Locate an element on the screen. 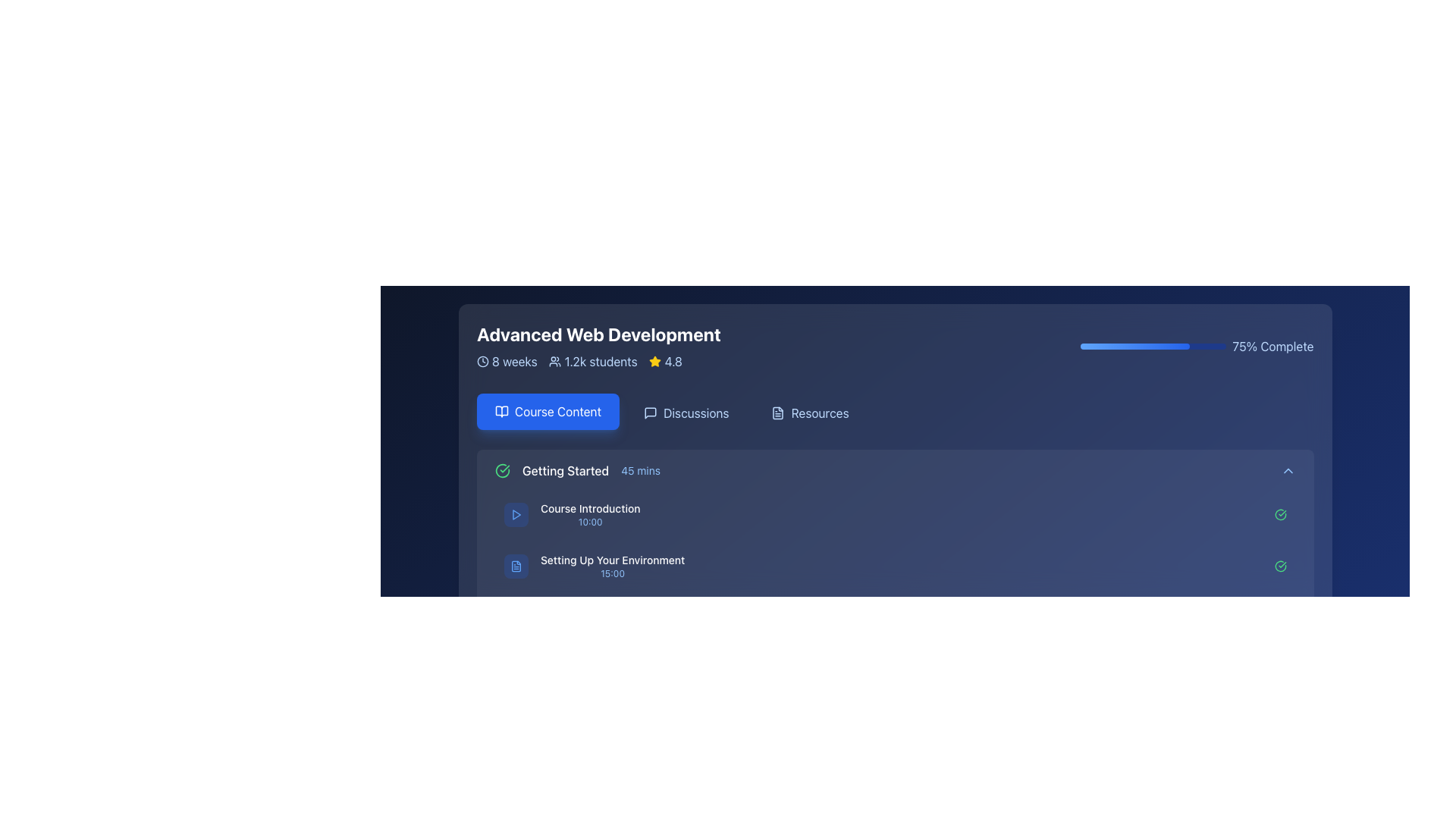  the 'Resources' button associated with the icon that visually represents the 'Resources' section, located in the horizontal navigation menu at the top of the interface is located at coordinates (778, 413).